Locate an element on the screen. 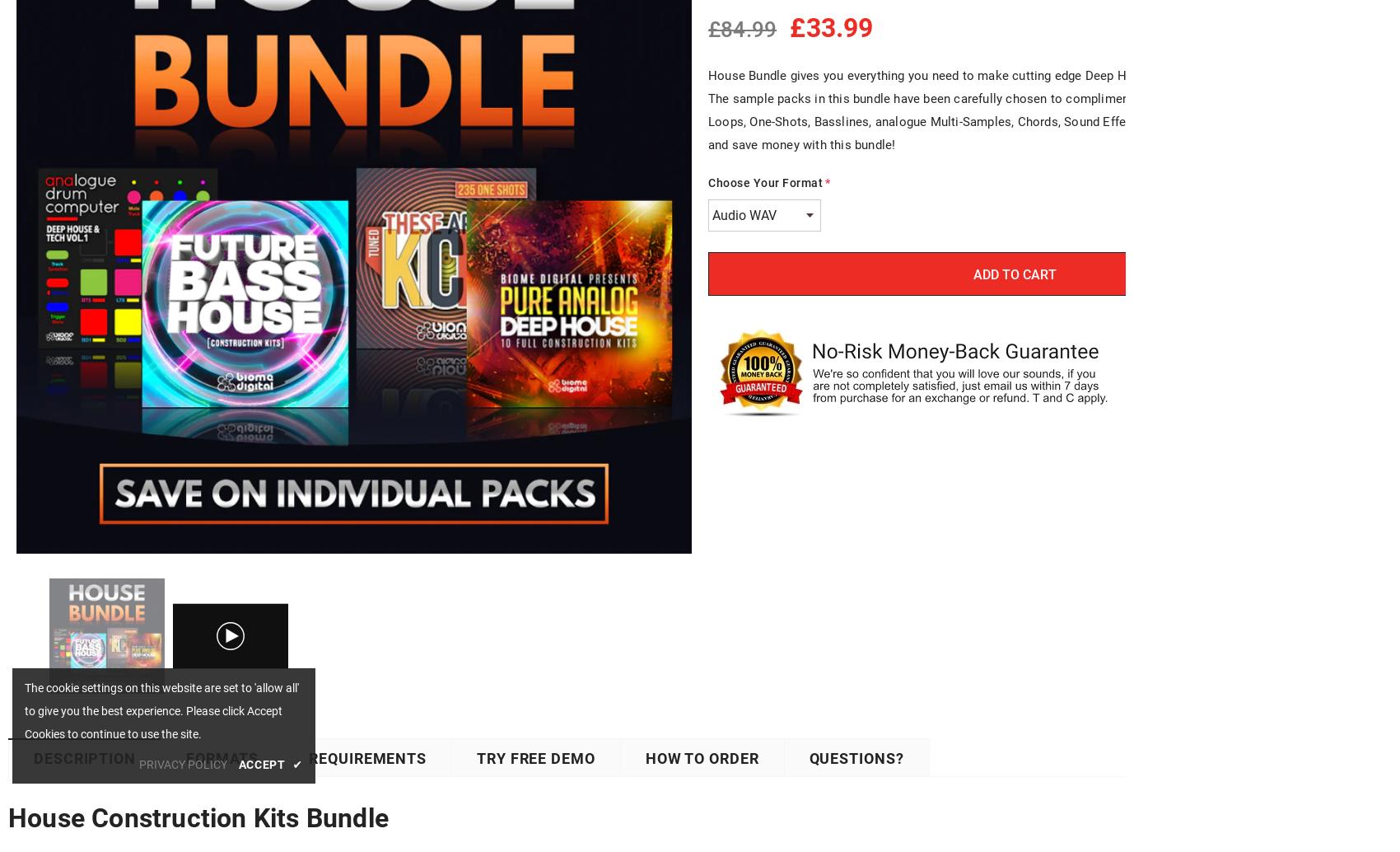 The image size is (1400, 852). 'House Construction Kits Bundle' is located at coordinates (198, 817).